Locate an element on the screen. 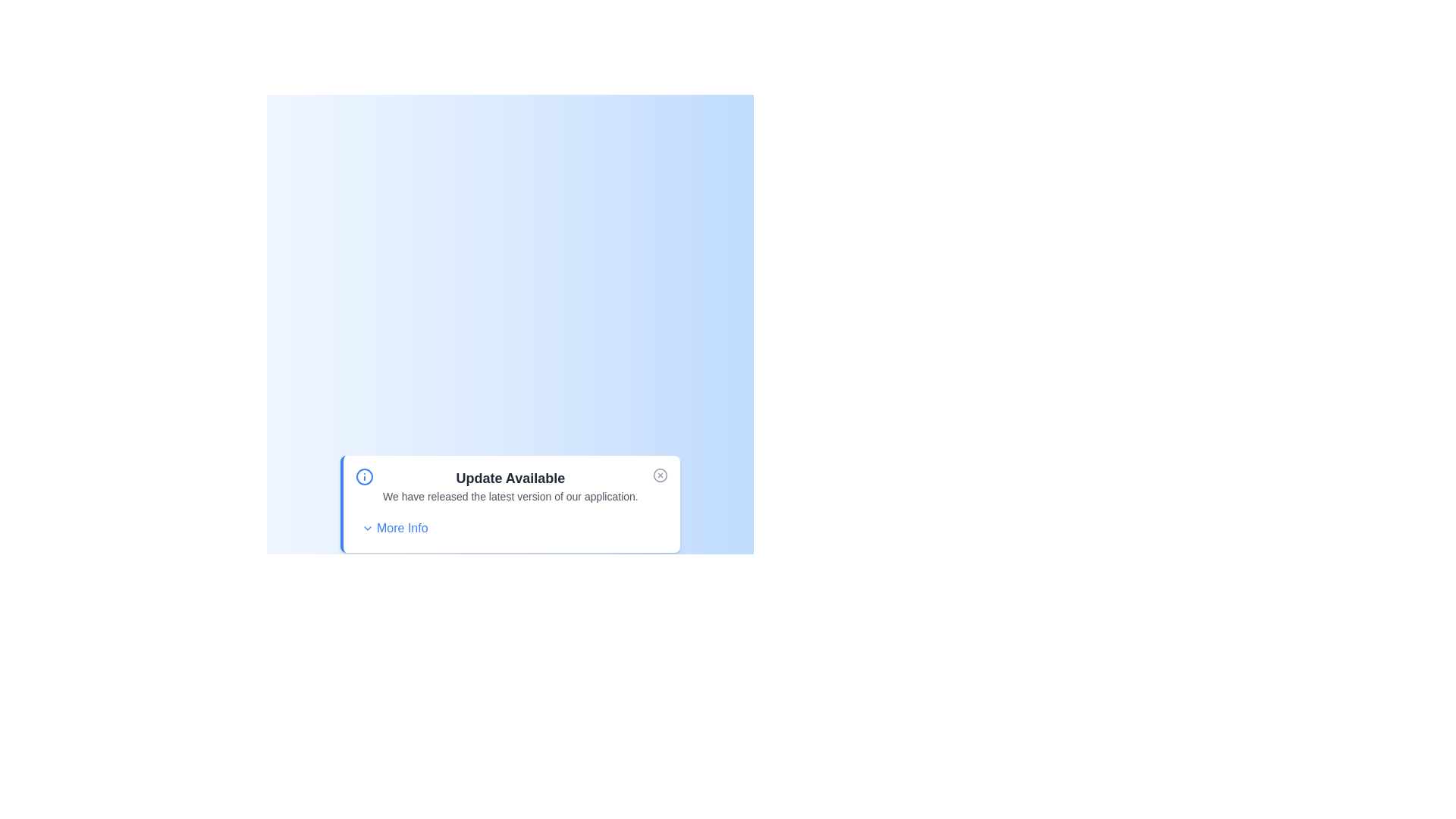 This screenshot has width=1456, height=819. close button to dismiss the alert is located at coordinates (660, 475).